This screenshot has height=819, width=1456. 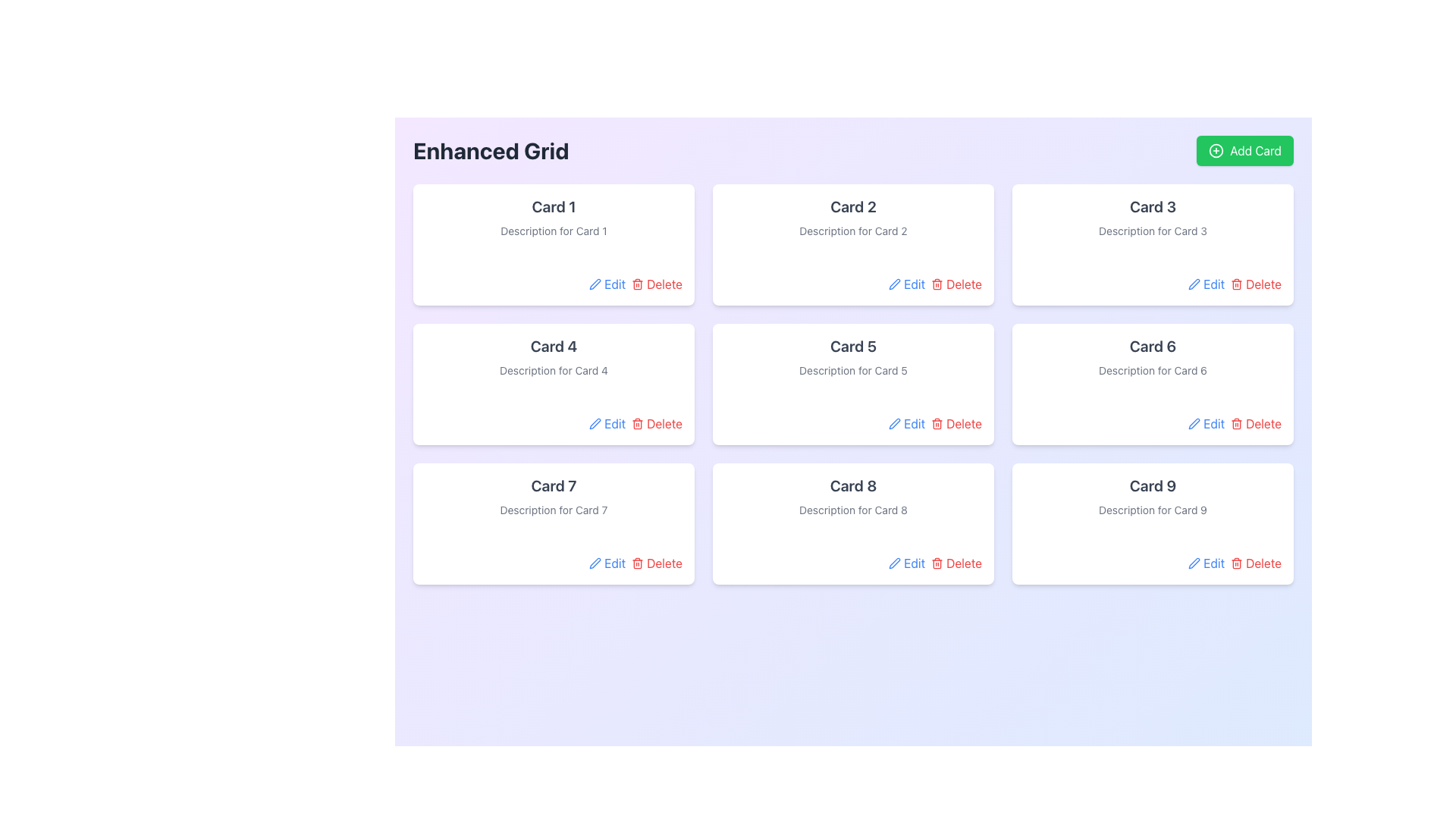 I want to click on the middle card in the bottom row of a grid layout that contains title and description for a content item, so click(x=853, y=522).